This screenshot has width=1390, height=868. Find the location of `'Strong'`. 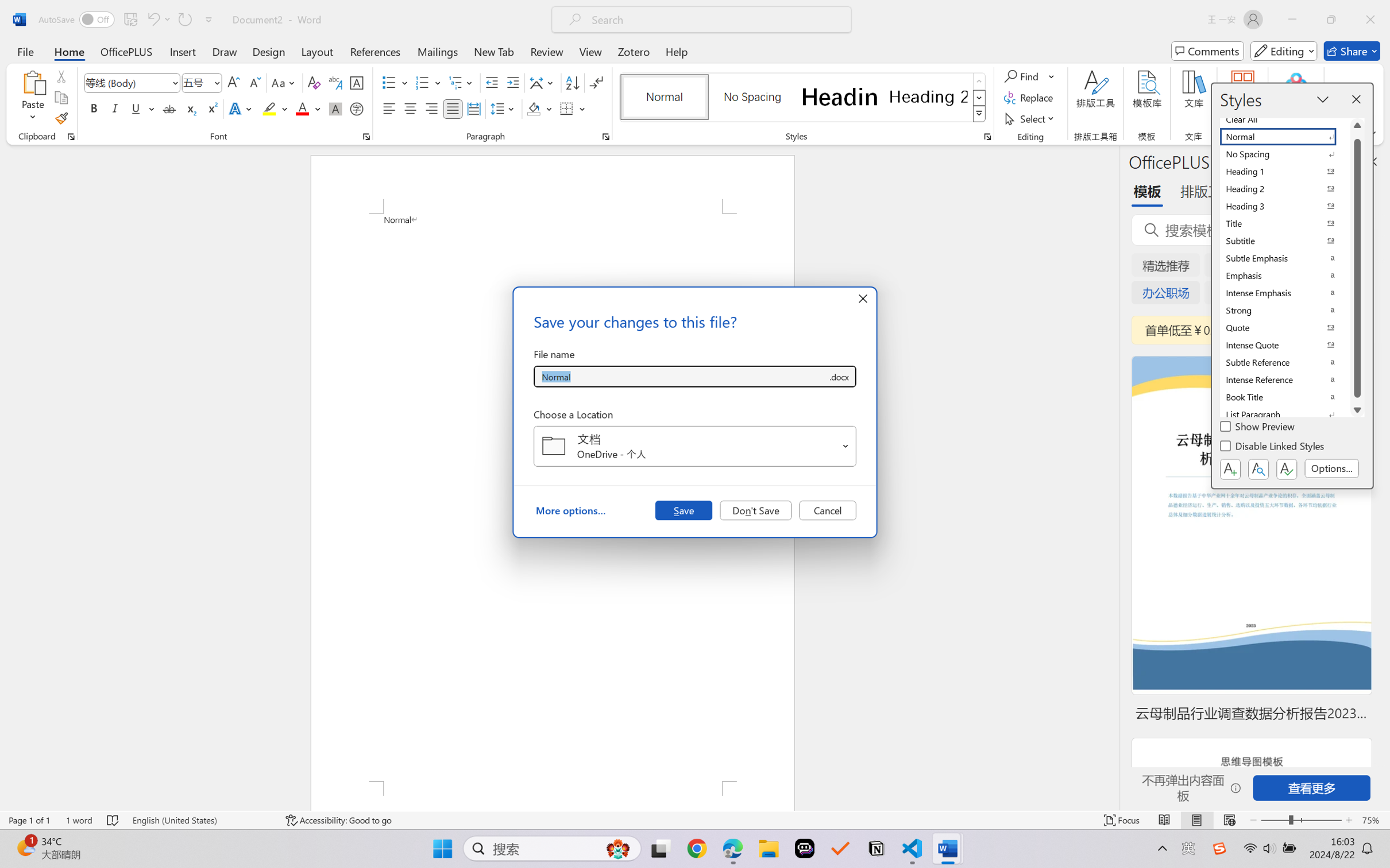

'Strong' is located at coordinates (1285, 310).